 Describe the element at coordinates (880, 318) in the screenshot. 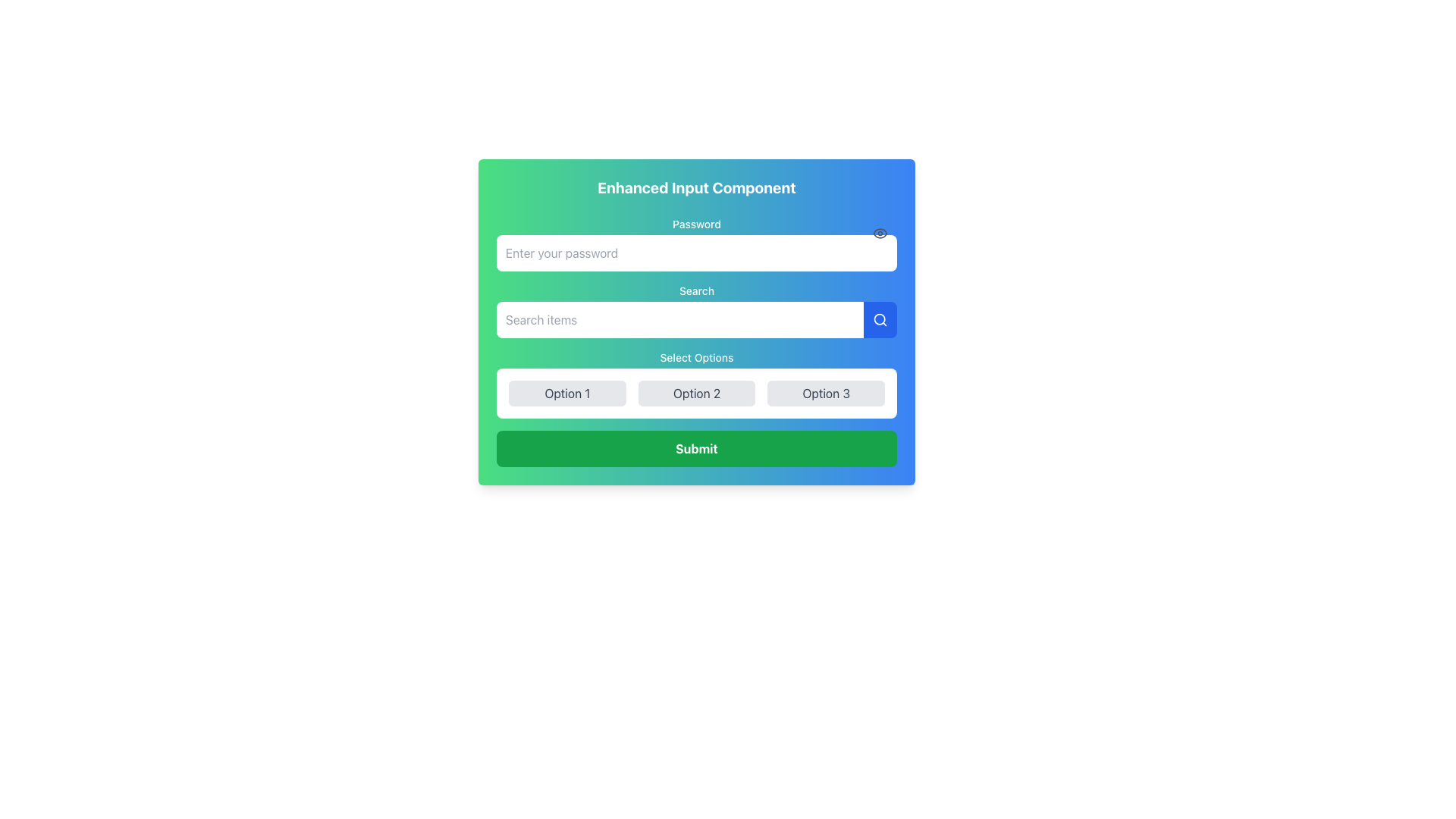

I see `the circular graphical component of the search icon located in the upper-right quadrant of the search bar` at that location.